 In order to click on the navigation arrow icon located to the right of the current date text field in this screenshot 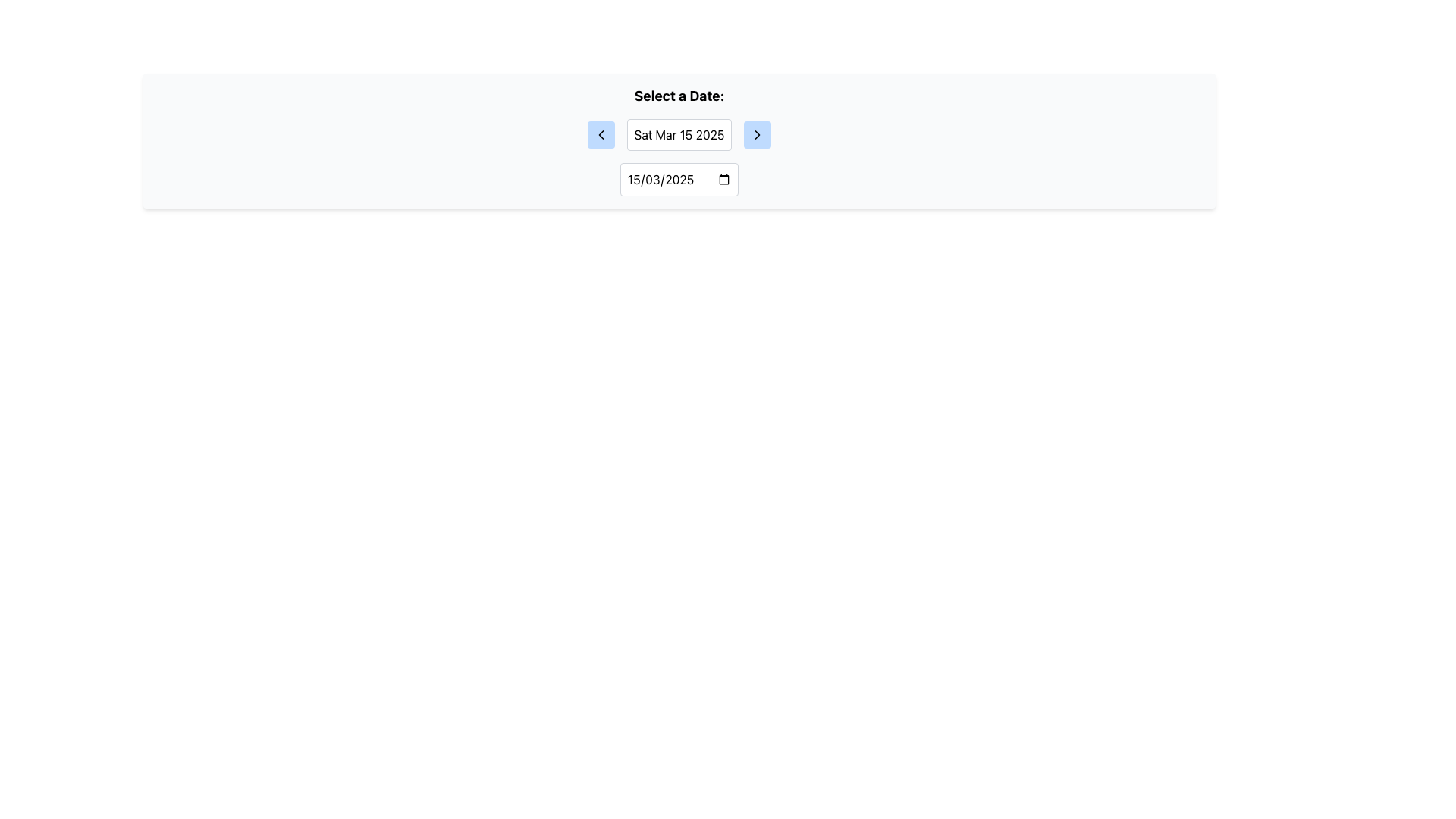, I will do `click(757, 133)`.